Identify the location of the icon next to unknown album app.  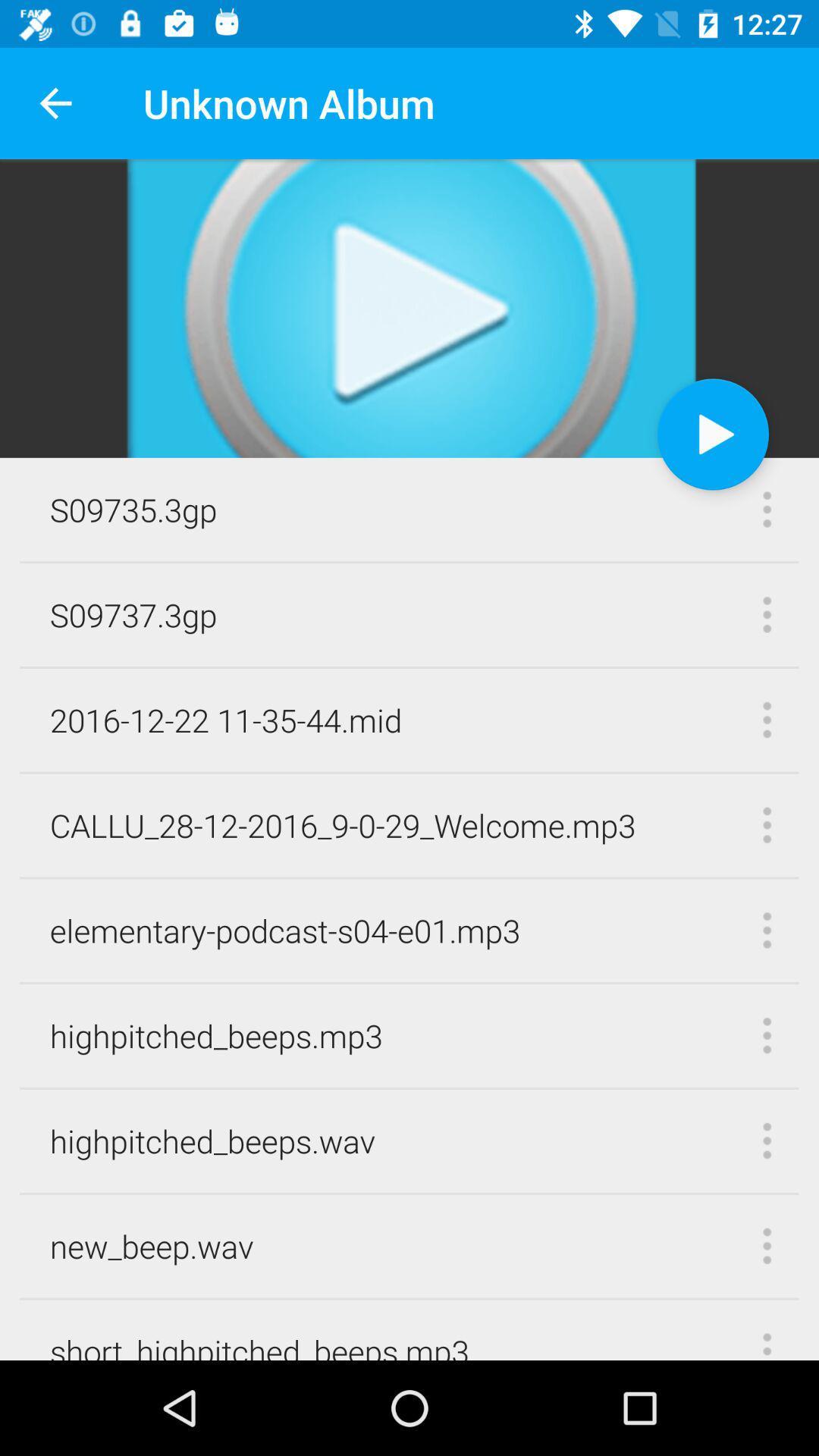
(55, 102).